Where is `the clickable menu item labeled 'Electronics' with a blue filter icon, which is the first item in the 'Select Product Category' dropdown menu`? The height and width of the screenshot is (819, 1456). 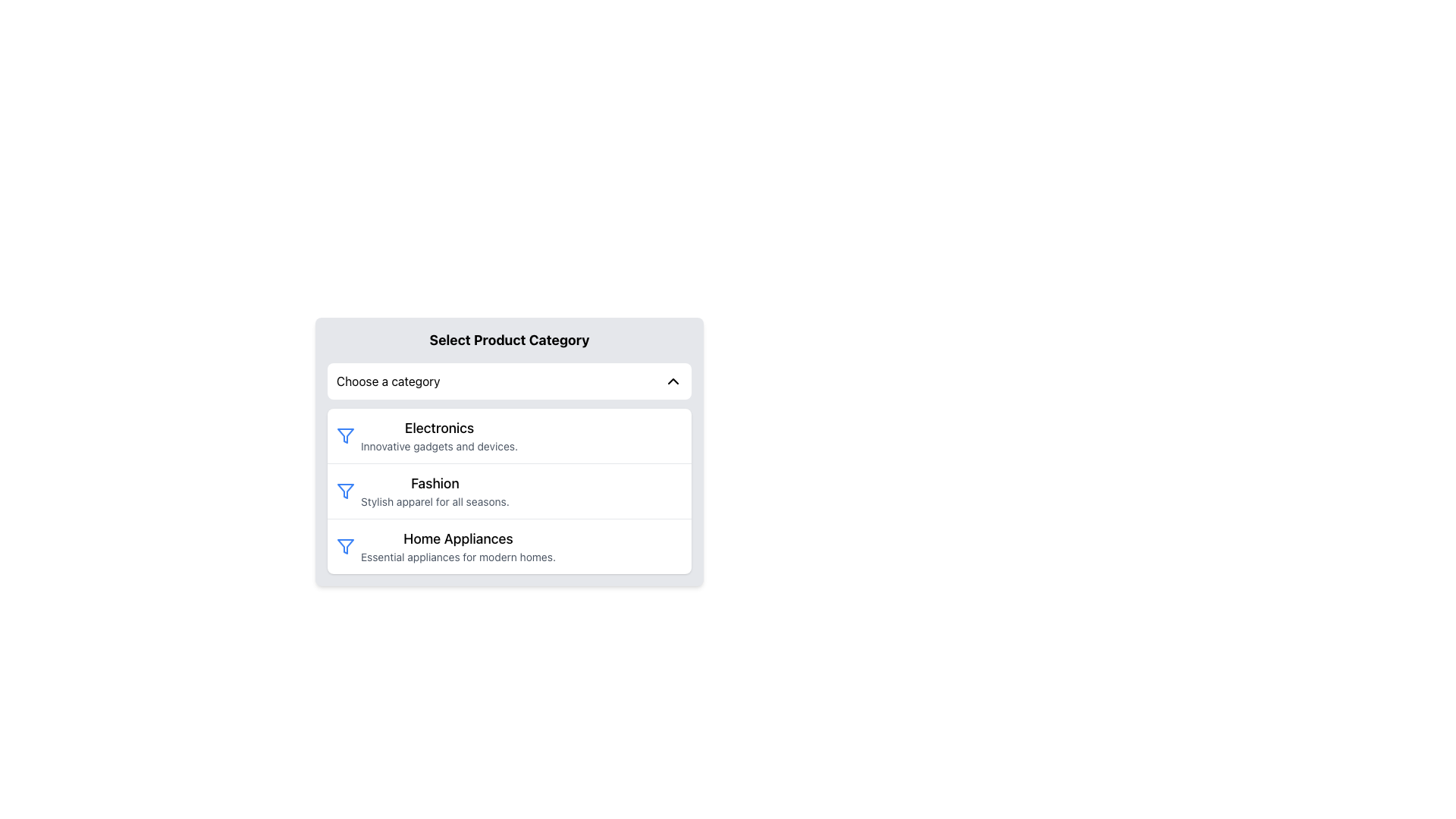 the clickable menu item labeled 'Electronics' with a blue filter icon, which is the first item in the 'Select Product Category' dropdown menu is located at coordinates (510, 435).